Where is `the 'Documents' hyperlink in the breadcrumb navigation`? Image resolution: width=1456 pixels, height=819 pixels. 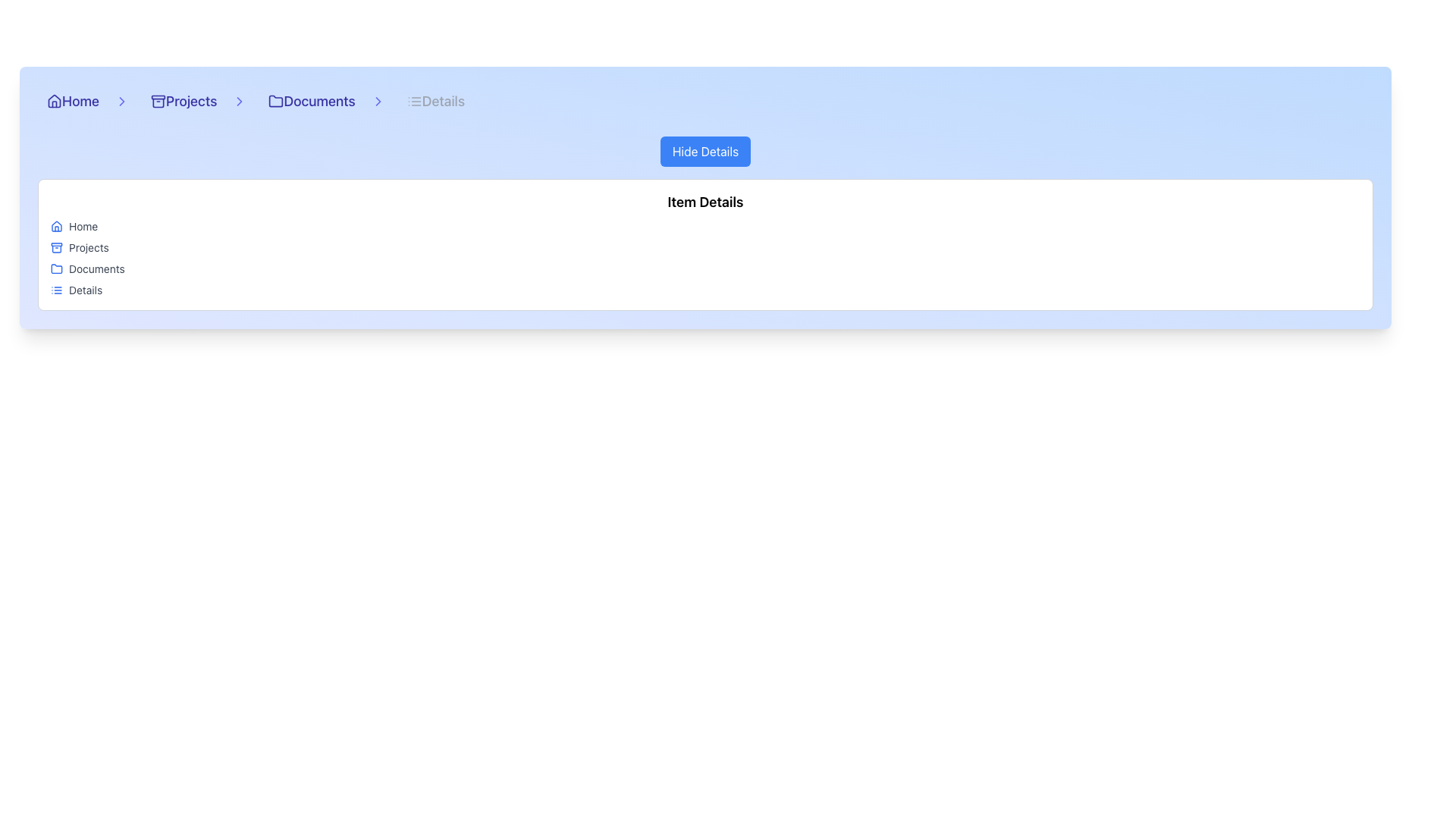
the 'Documents' hyperlink in the breadcrumb navigation is located at coordinates (311, 102).